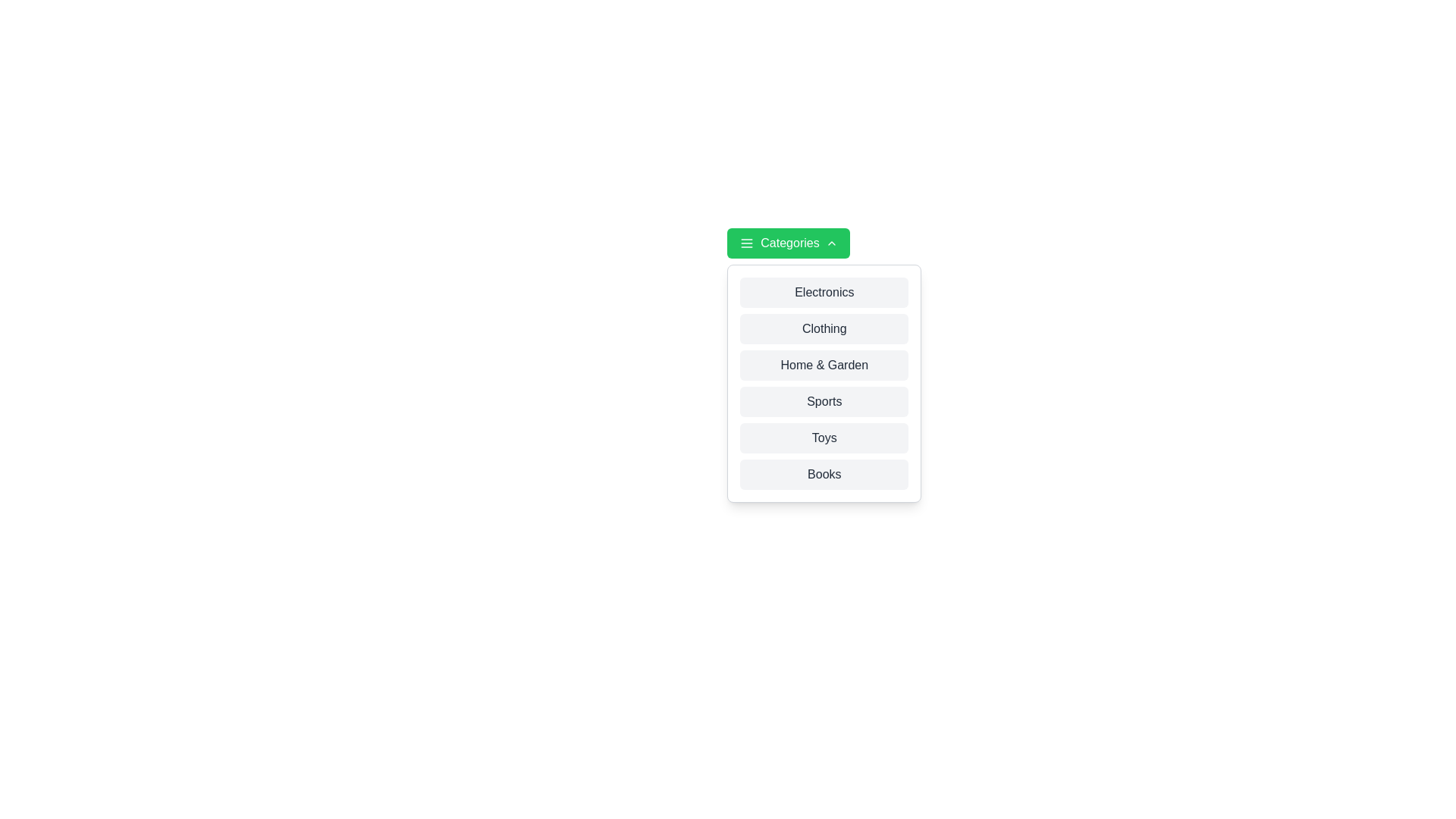 The width and height of the screenshot is (1456, 819). I want to click on the 'Toys' button, which is a rectangular button with a light gray background and dark gray text, located under the 'Categories' section, so click(824, 438).